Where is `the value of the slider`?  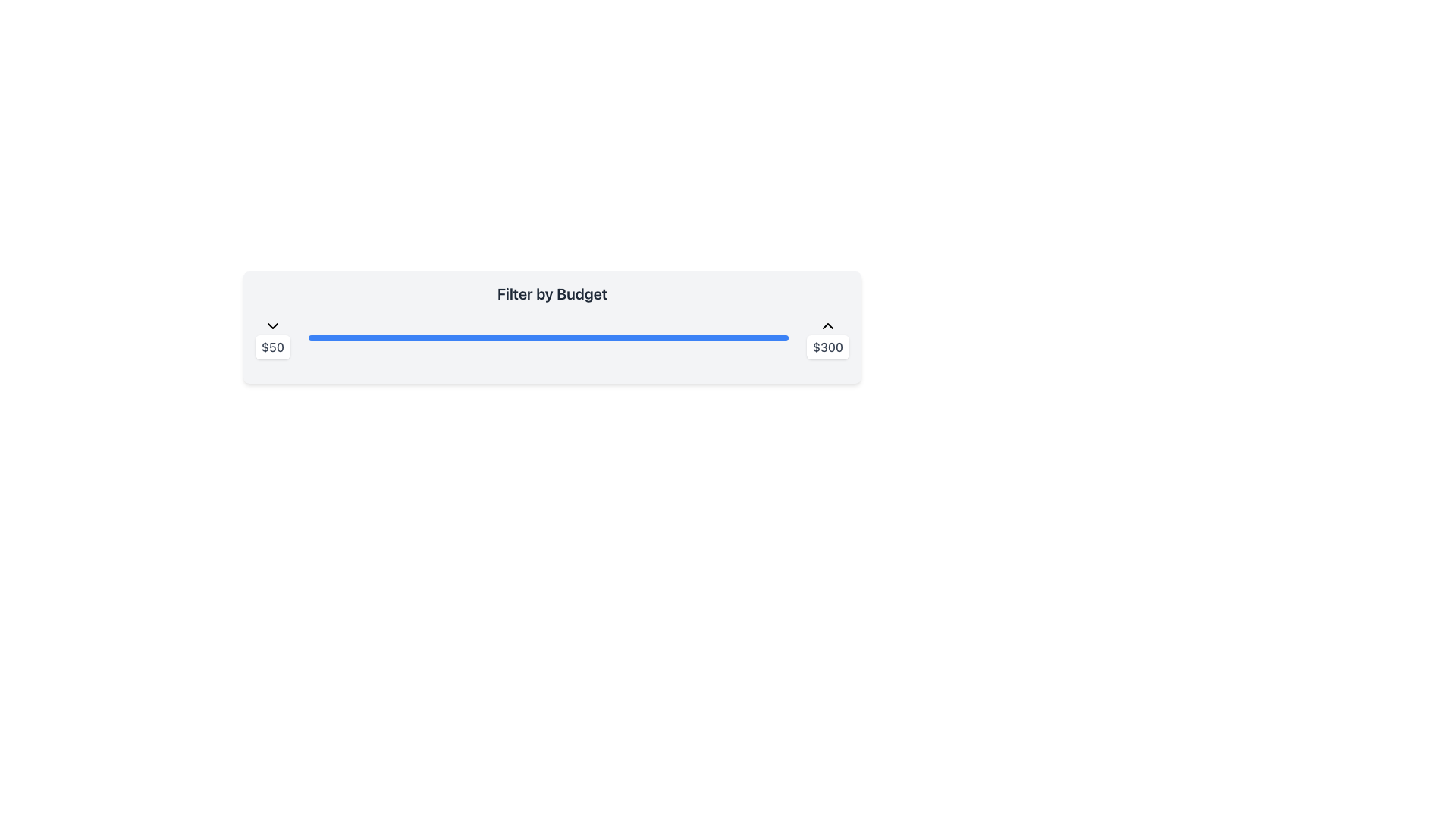
the value of the slider is located at coordinates (736, 337).